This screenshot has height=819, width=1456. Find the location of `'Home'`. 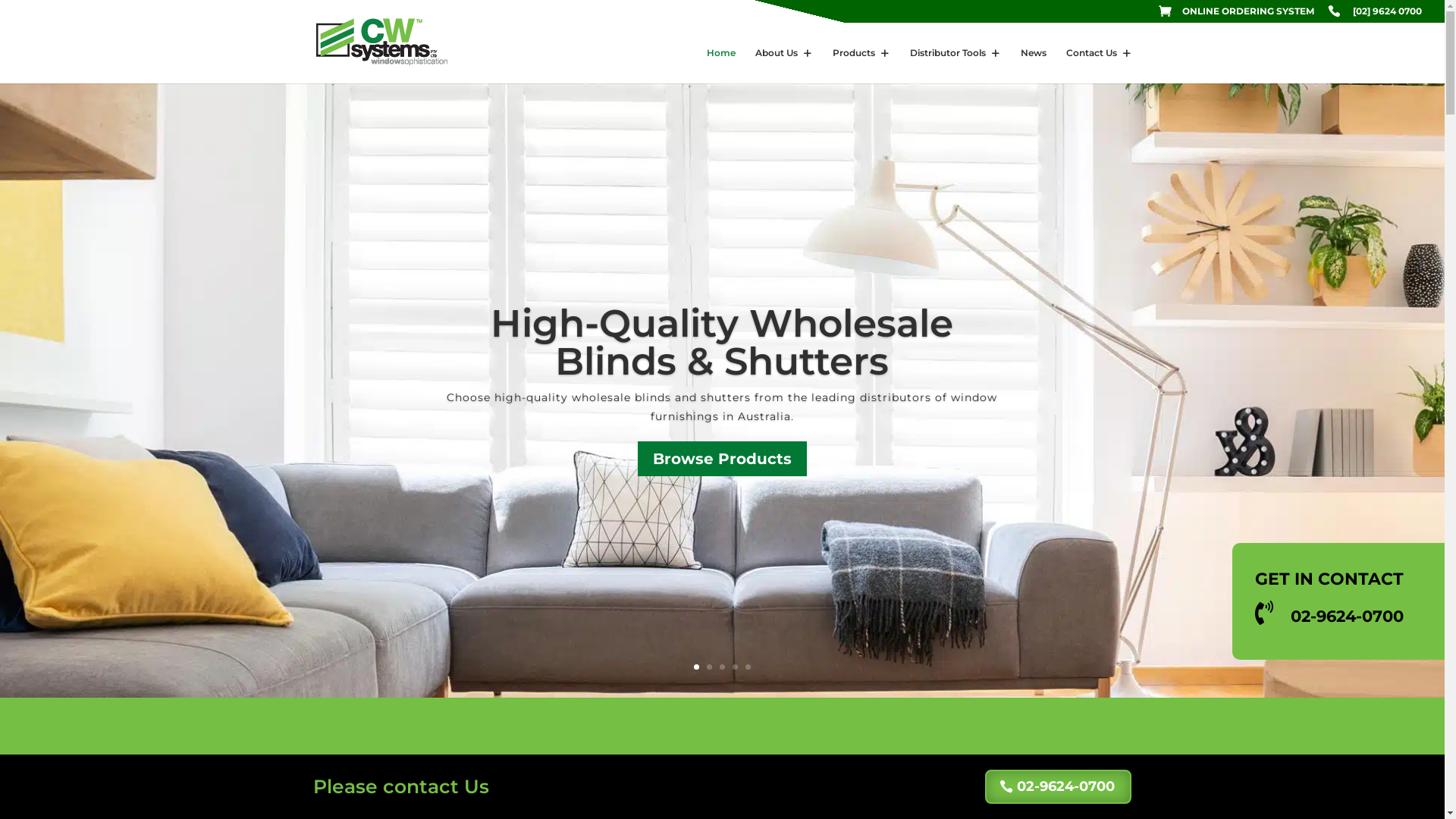

'Home' is located at coordinates (720, 64).